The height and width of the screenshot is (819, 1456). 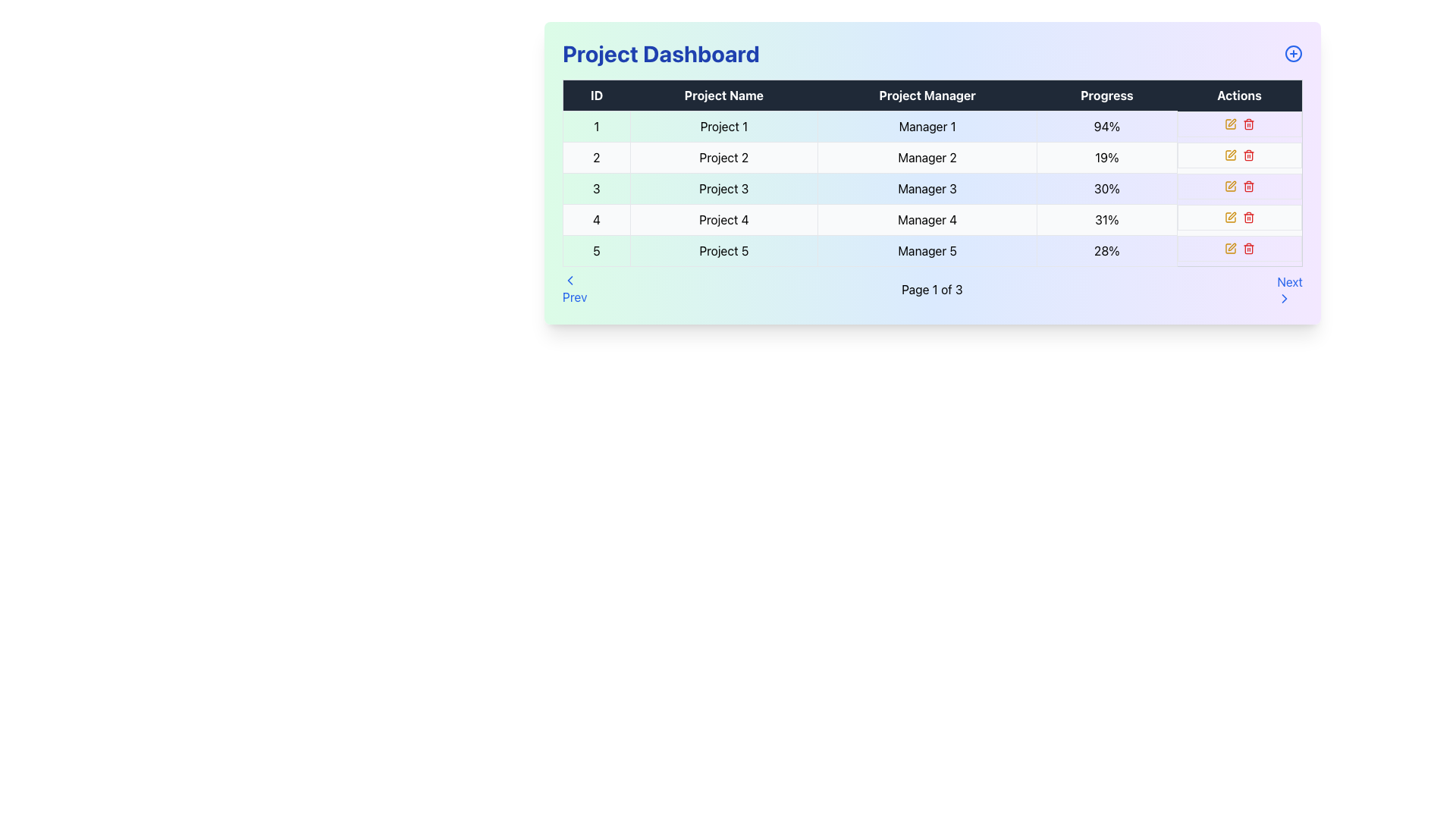 I want to click on the leftward-pointing chevron icon, which is part of the 'Prev' navigation button located at the bottom-left corner of the table interface, so click(x=570, y=281).